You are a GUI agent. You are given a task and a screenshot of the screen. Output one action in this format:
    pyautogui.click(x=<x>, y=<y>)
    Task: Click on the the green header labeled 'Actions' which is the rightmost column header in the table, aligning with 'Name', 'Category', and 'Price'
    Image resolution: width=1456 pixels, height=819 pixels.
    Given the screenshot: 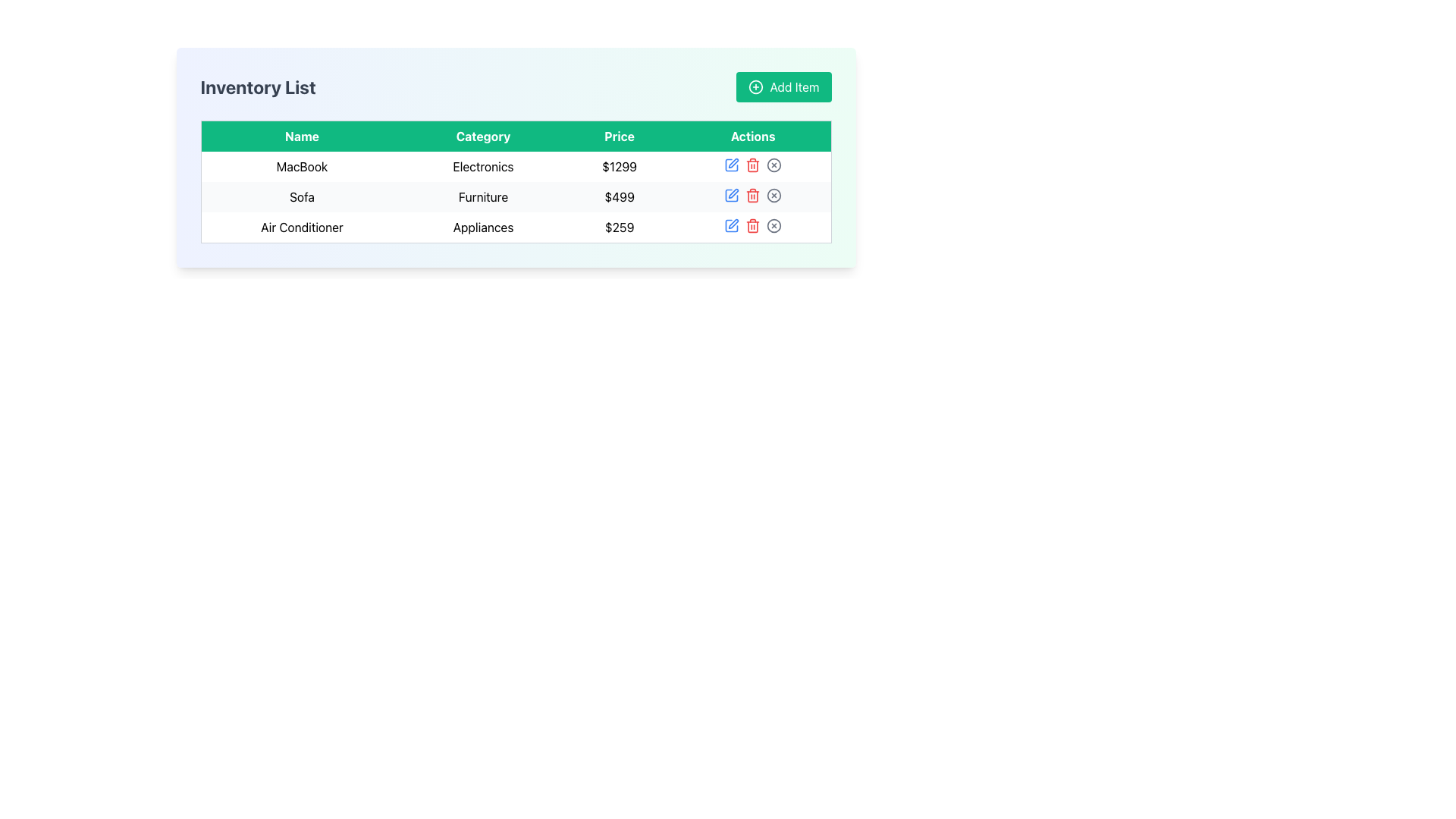 What is the action you would take?
    pyautogui.click(x=753, y=135)
    